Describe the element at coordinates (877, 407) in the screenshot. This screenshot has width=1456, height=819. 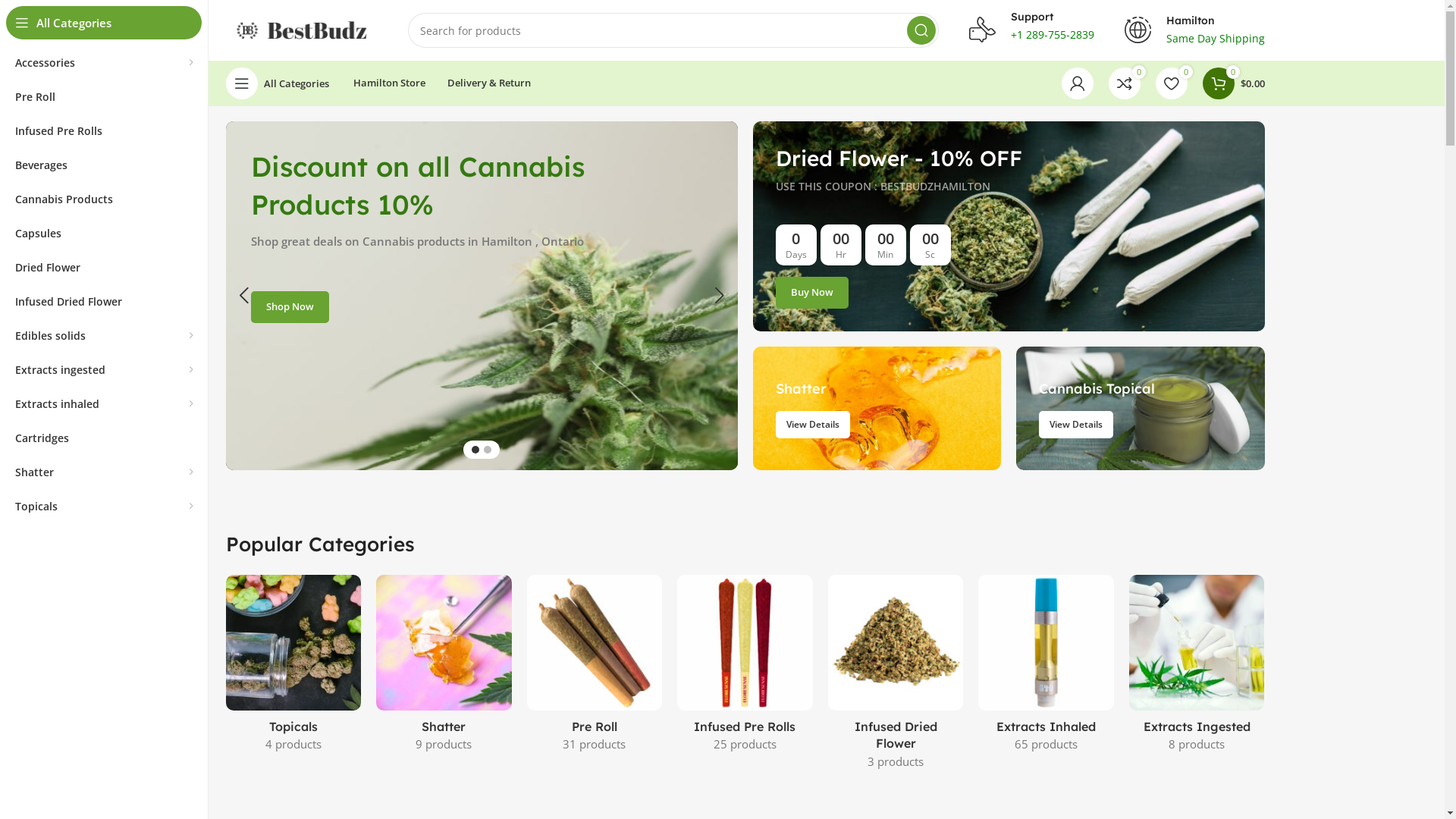
I see `'shatter weed'` at that location.